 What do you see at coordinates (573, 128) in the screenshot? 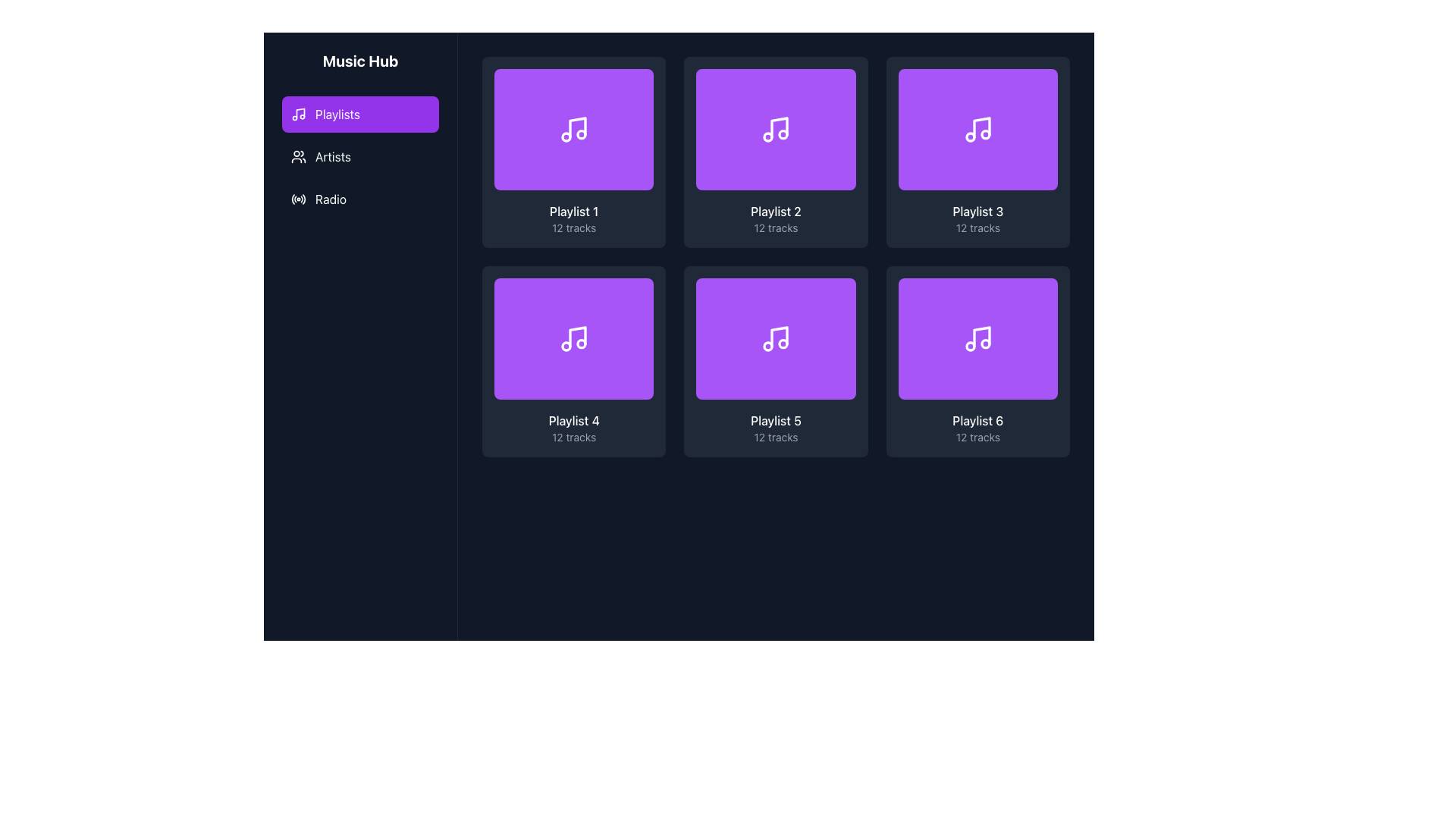
I see `the music note icon located in the top-left corner of the first playlist card labeled 'Playlist 1' in the music library interface for further interaction` at bounding box center [573, 128].